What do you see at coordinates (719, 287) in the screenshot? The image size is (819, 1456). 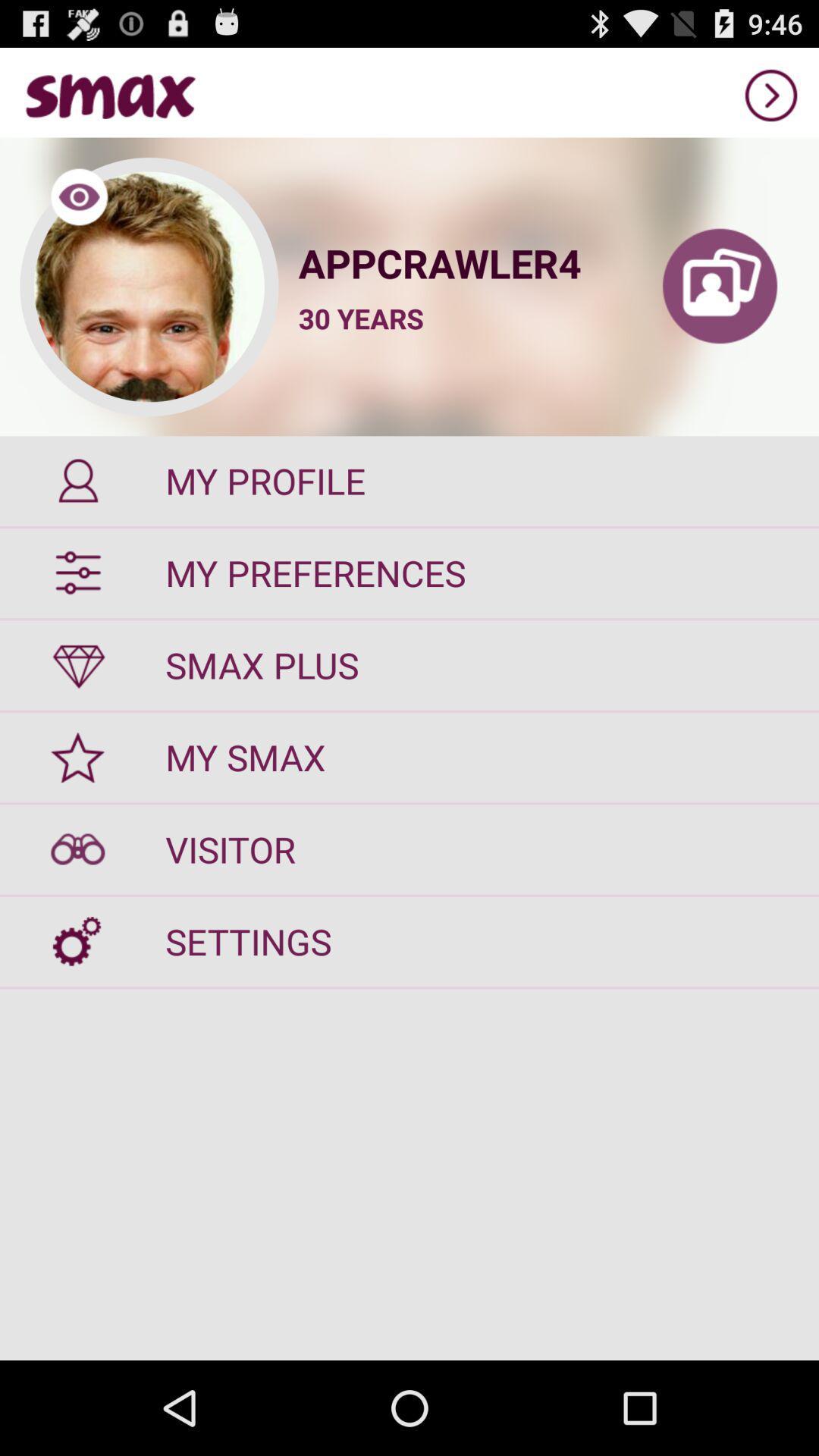 I see `contact field` at bounding box center [719, 287].